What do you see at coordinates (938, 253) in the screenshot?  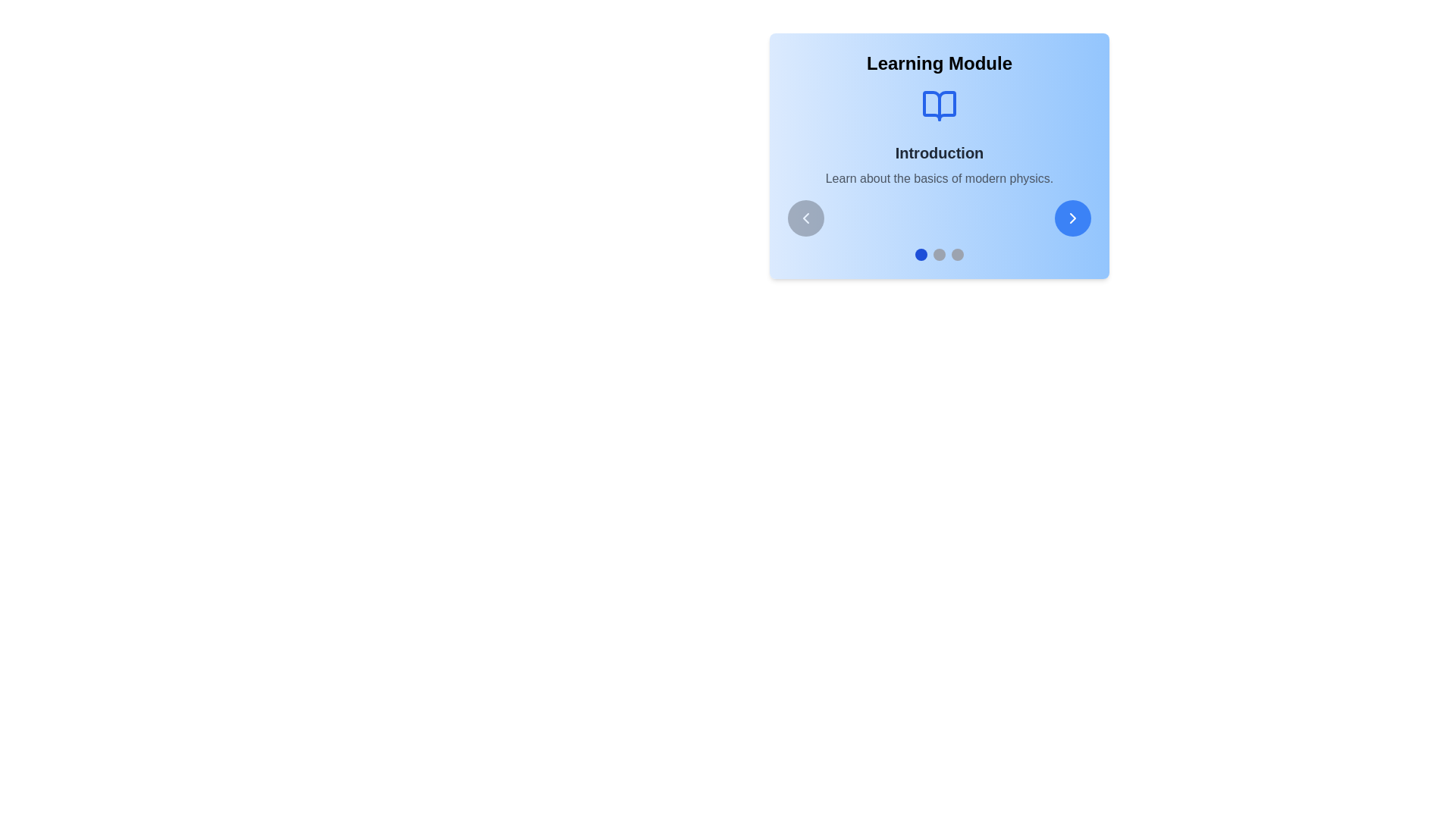 I see `the middle gray circular indicator of the Navigation indicator located at the bottom of the card below the text 'Learn about the basics of modern physics.'` at bounding box center [938, 253].